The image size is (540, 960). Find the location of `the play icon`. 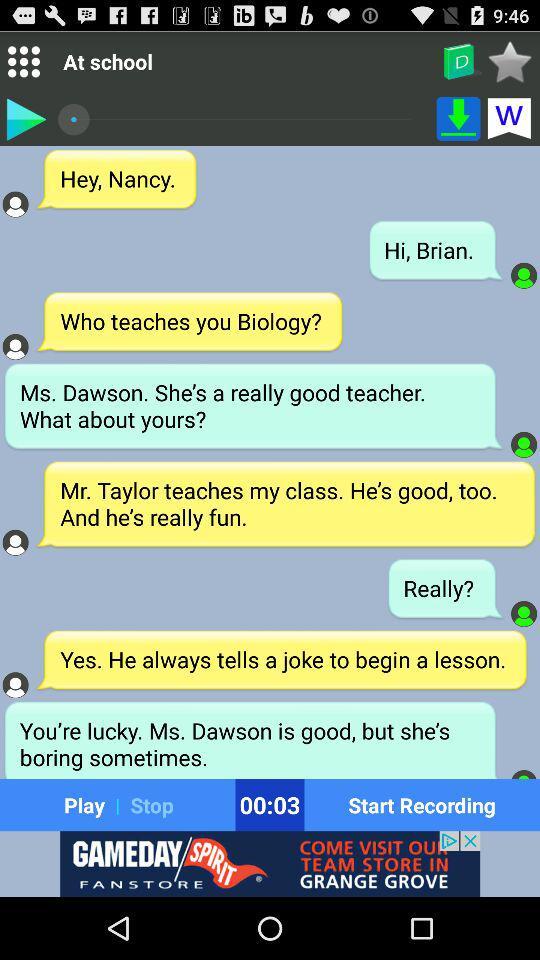

the play icon is located at coordinates (24, 126).